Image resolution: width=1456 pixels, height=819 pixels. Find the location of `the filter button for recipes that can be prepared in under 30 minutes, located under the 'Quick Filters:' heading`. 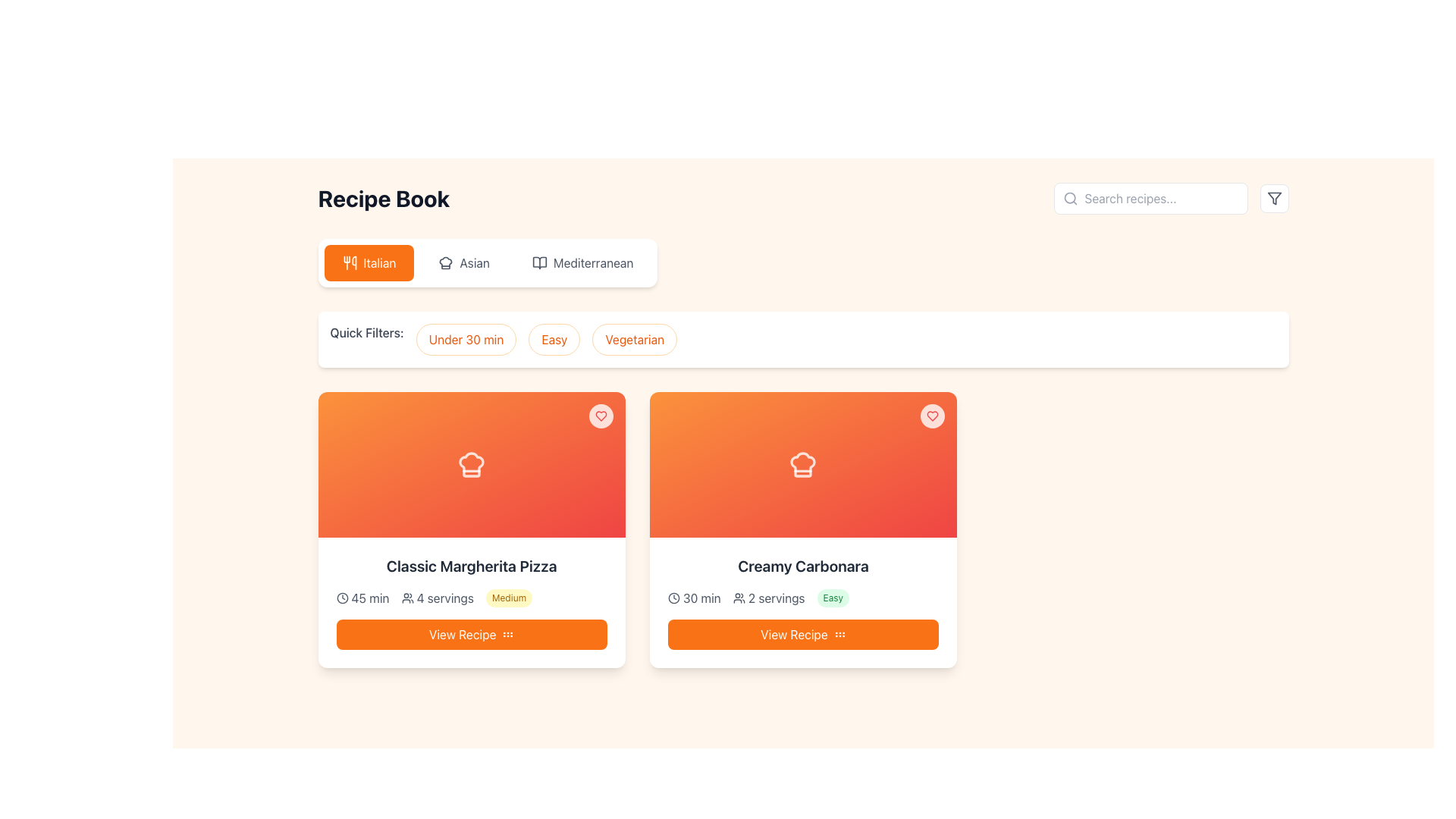

the filter button for recipes that can be prepared in under 30 minutes, located under the 'Quick Filters:' heading is located at coordinates (465, 338).